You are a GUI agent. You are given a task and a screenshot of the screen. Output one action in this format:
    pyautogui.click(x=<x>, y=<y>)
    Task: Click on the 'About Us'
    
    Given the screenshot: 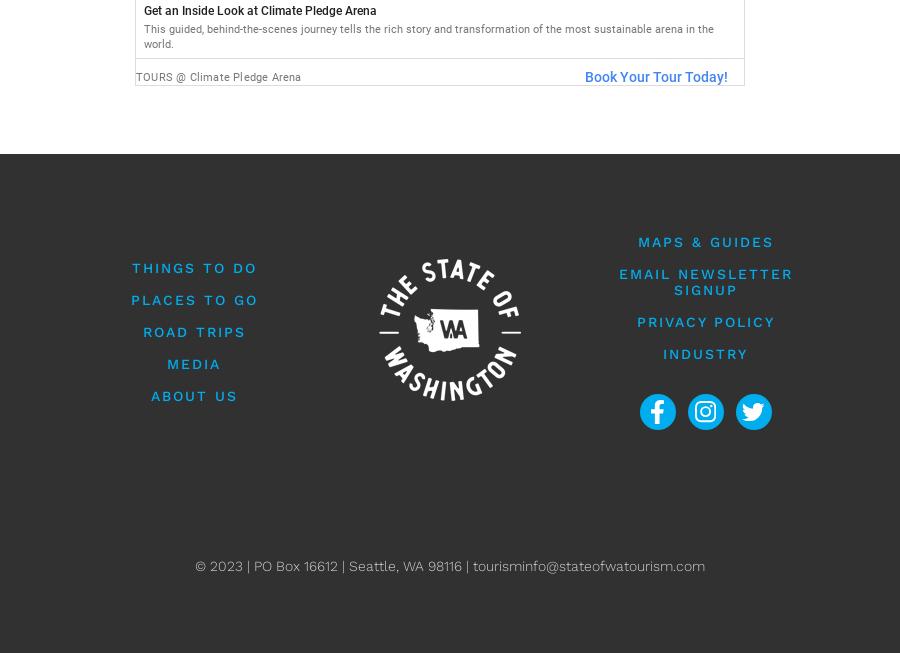 What is the action you would take?
    pyautogui.click(x=193, y=393)
    